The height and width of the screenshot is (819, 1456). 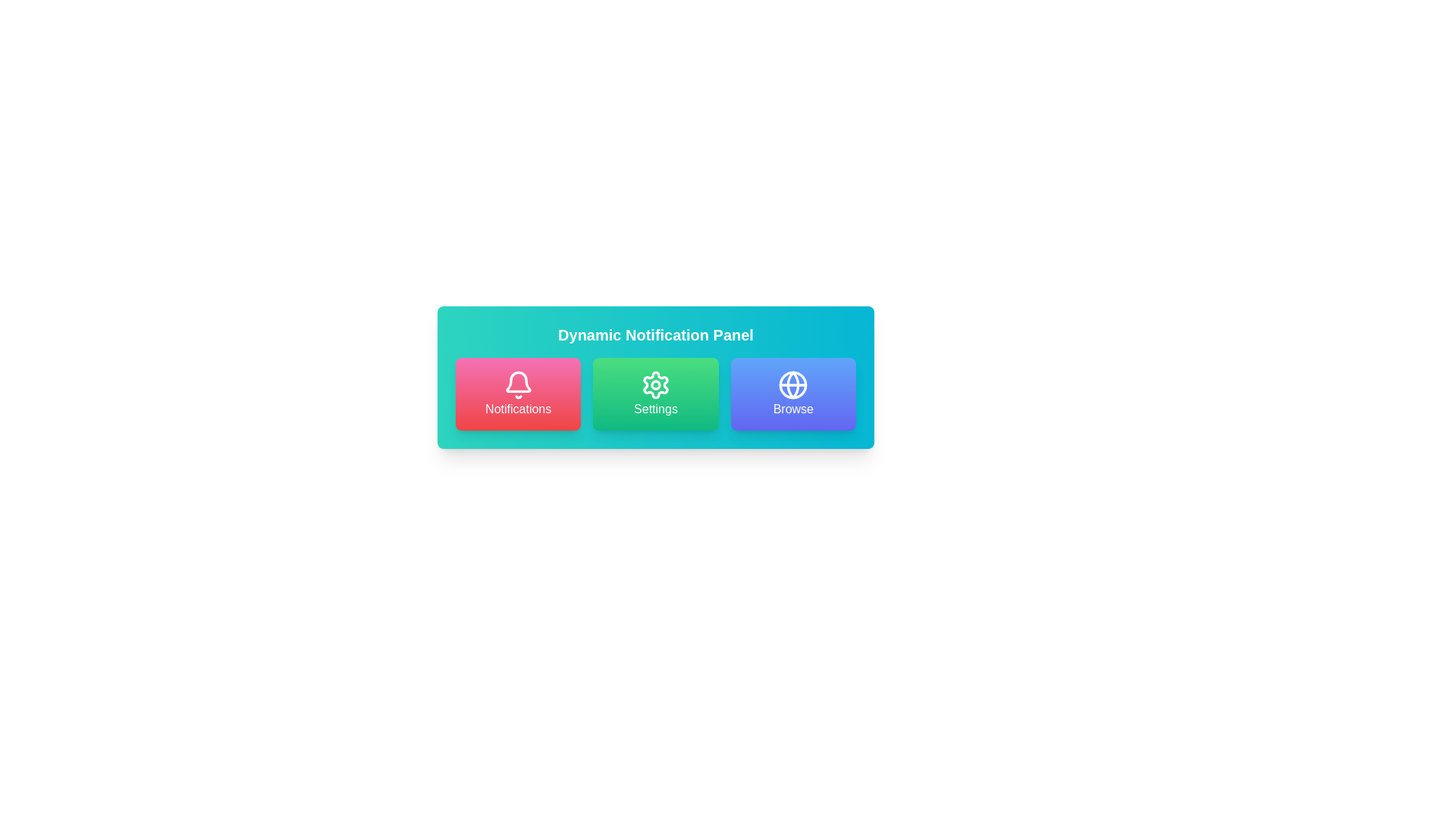 I want to click on the rectangular button with a gradient background that contains a globe icon and the text 'Browse' to observe its hover effects, so click(x=792, y=394).